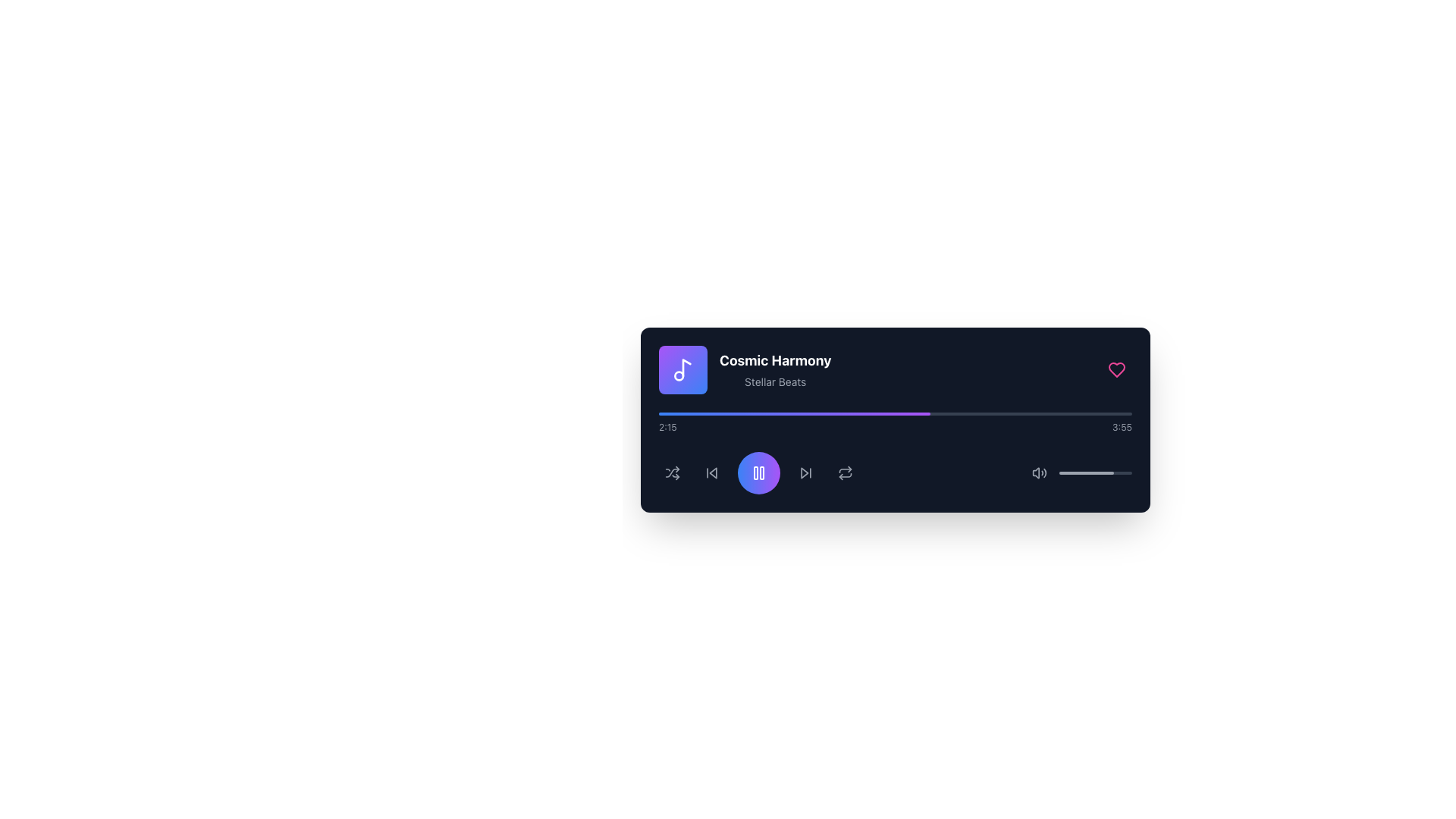  What do you see at coordinates (794, 414) in the screenshot?
I see `the horizontal gradient-colored progress indicator located within the music player interface, transitioning from blue to purple and occupying around 57% of the width` at bounding box center [794, 414].